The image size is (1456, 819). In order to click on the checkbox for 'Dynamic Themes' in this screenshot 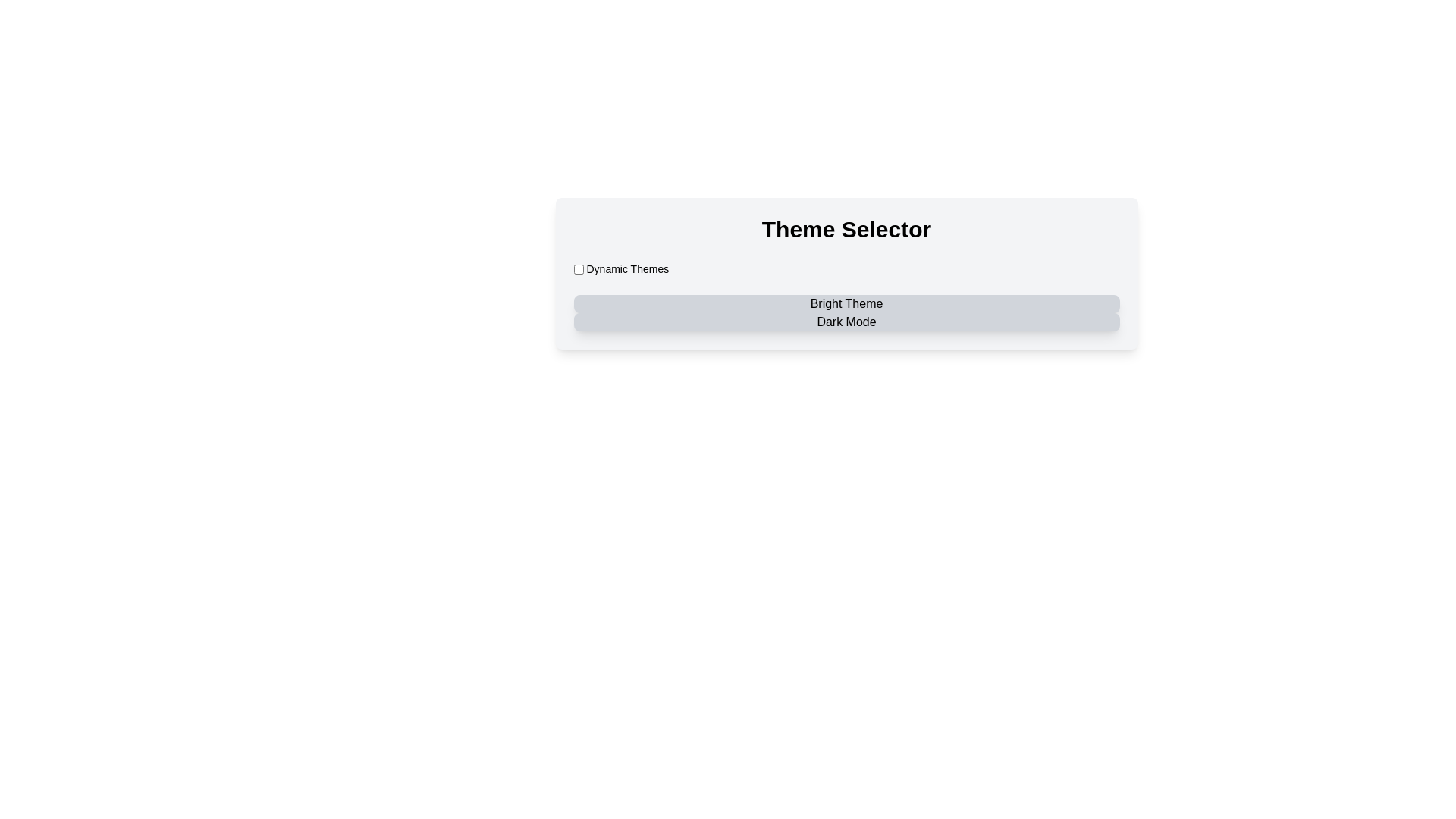, I will do `click(578, 268)`.